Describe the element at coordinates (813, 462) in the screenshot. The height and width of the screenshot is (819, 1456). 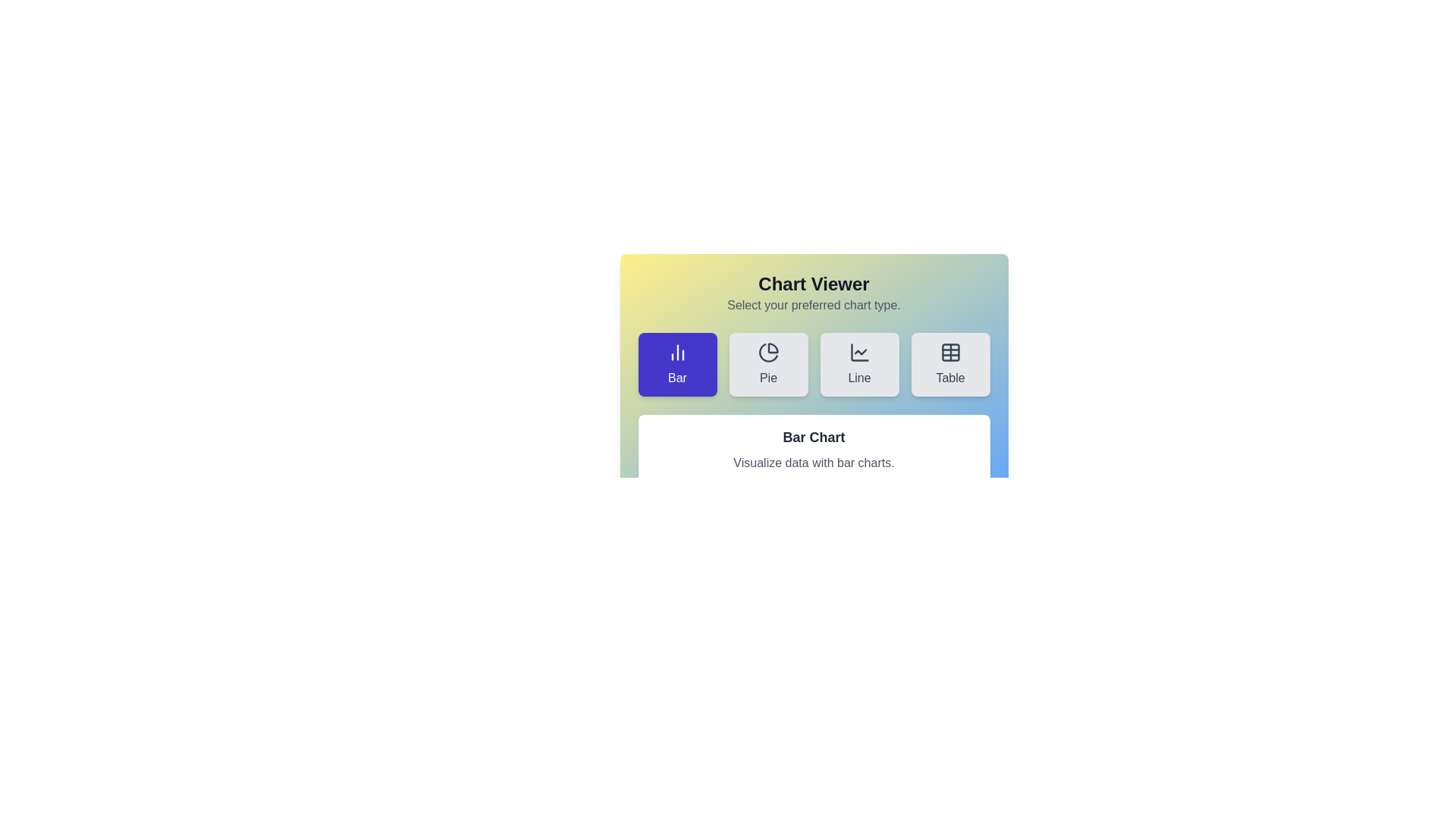
I see `the text label displaying 'Visualize data with bar charts.' which is positioned below the 'Bar Chart' heading in a light-colored rectangular box` at that location.